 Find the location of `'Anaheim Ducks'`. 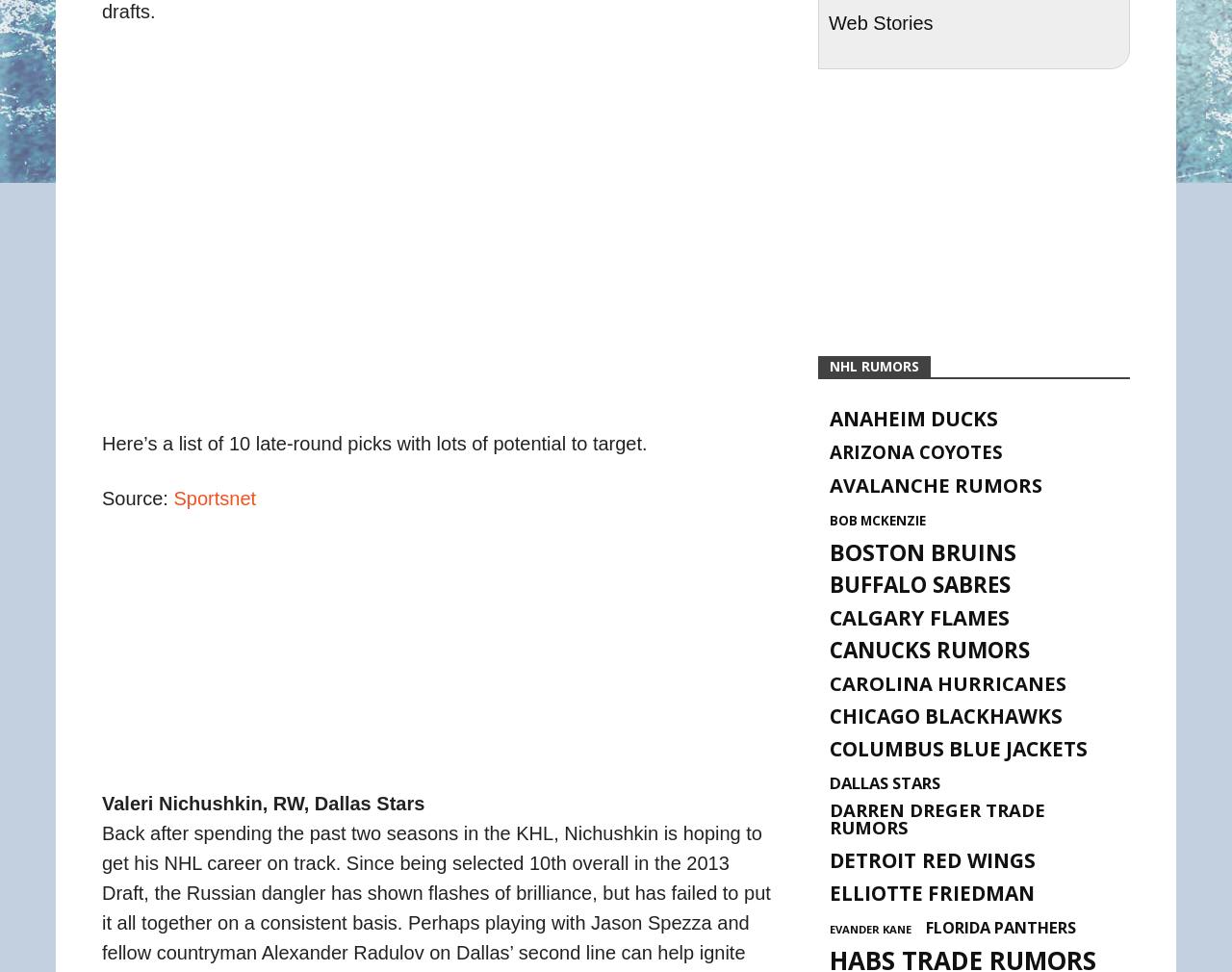

'Anaheim Ducks' is located at coordinates (912, 419).